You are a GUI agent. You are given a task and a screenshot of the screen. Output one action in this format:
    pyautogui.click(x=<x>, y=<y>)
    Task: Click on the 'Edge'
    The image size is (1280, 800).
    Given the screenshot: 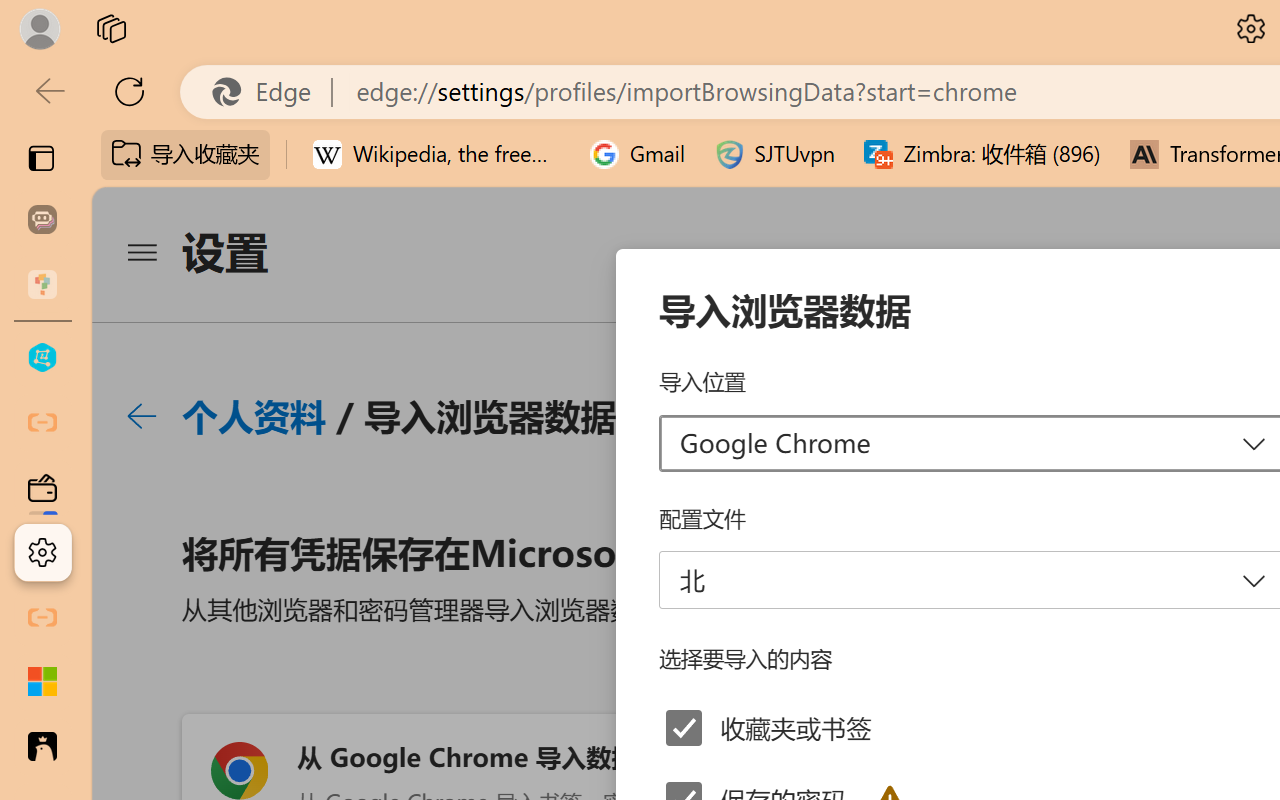 What is the action you would take?
    pyautogui.click(x=269, y=91)
    